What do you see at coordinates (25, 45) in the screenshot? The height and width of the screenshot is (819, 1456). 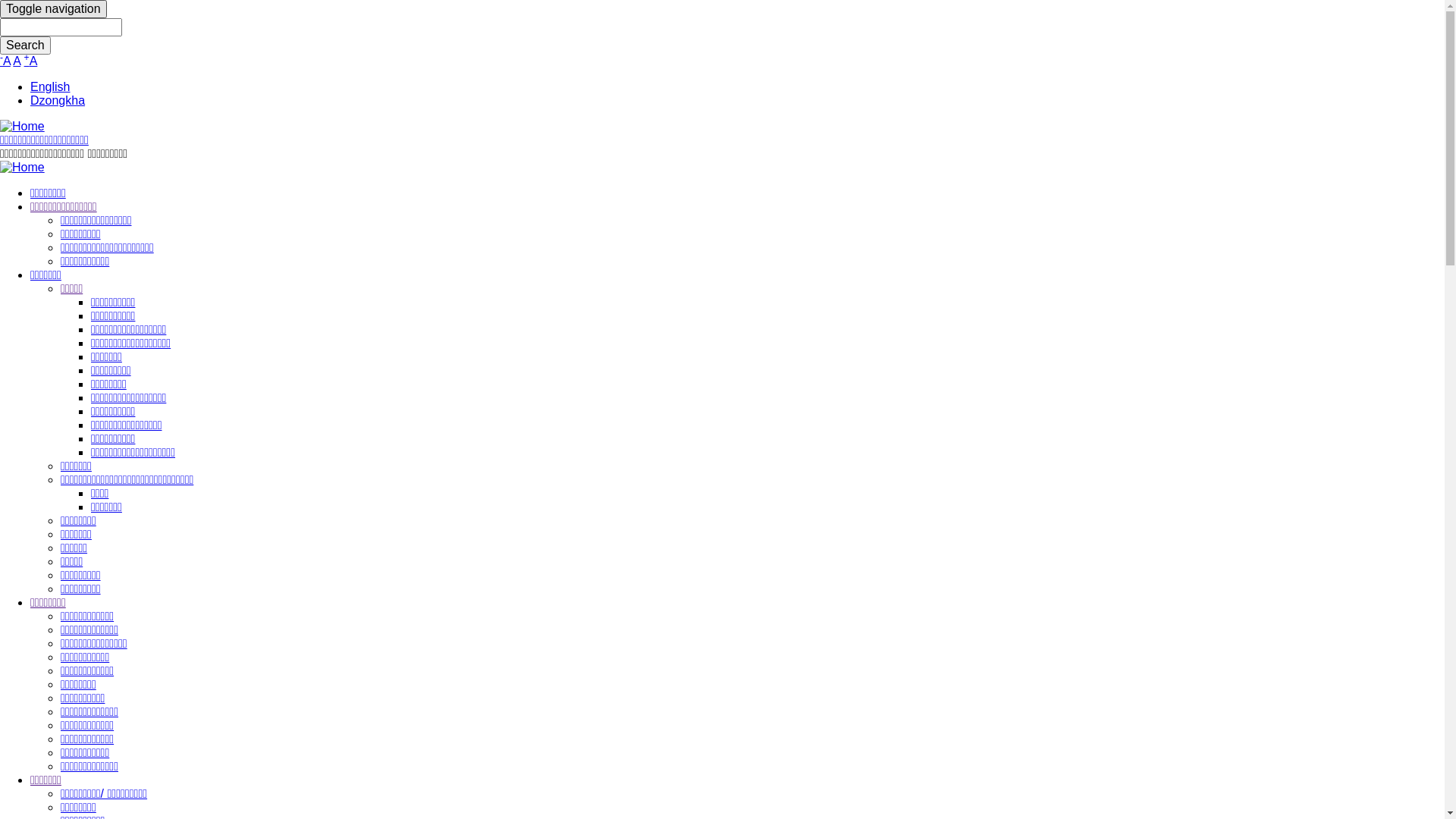 I see `'Search'` at bounding box center [25, 45].